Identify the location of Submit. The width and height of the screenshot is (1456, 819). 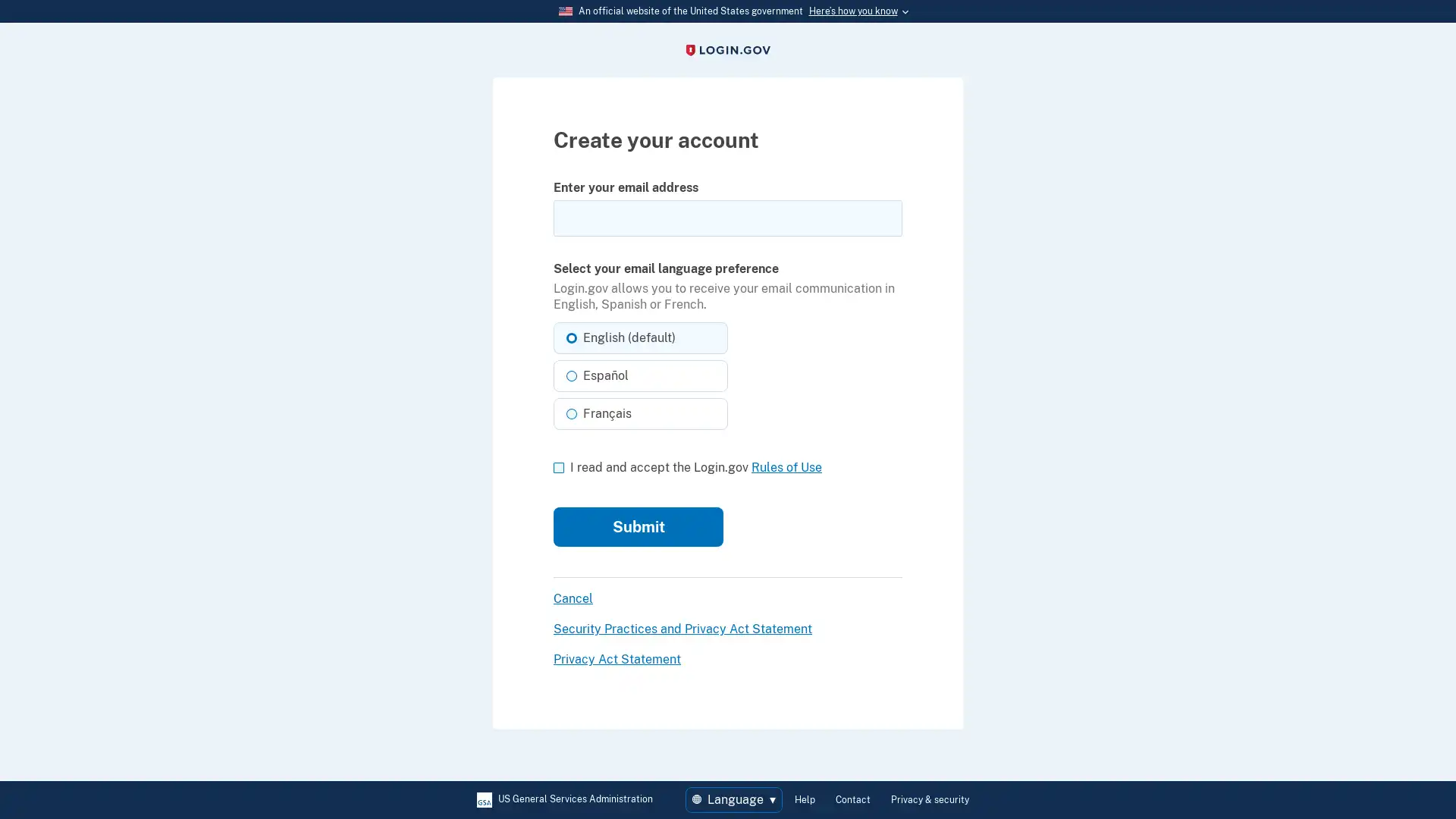
(638, 526).